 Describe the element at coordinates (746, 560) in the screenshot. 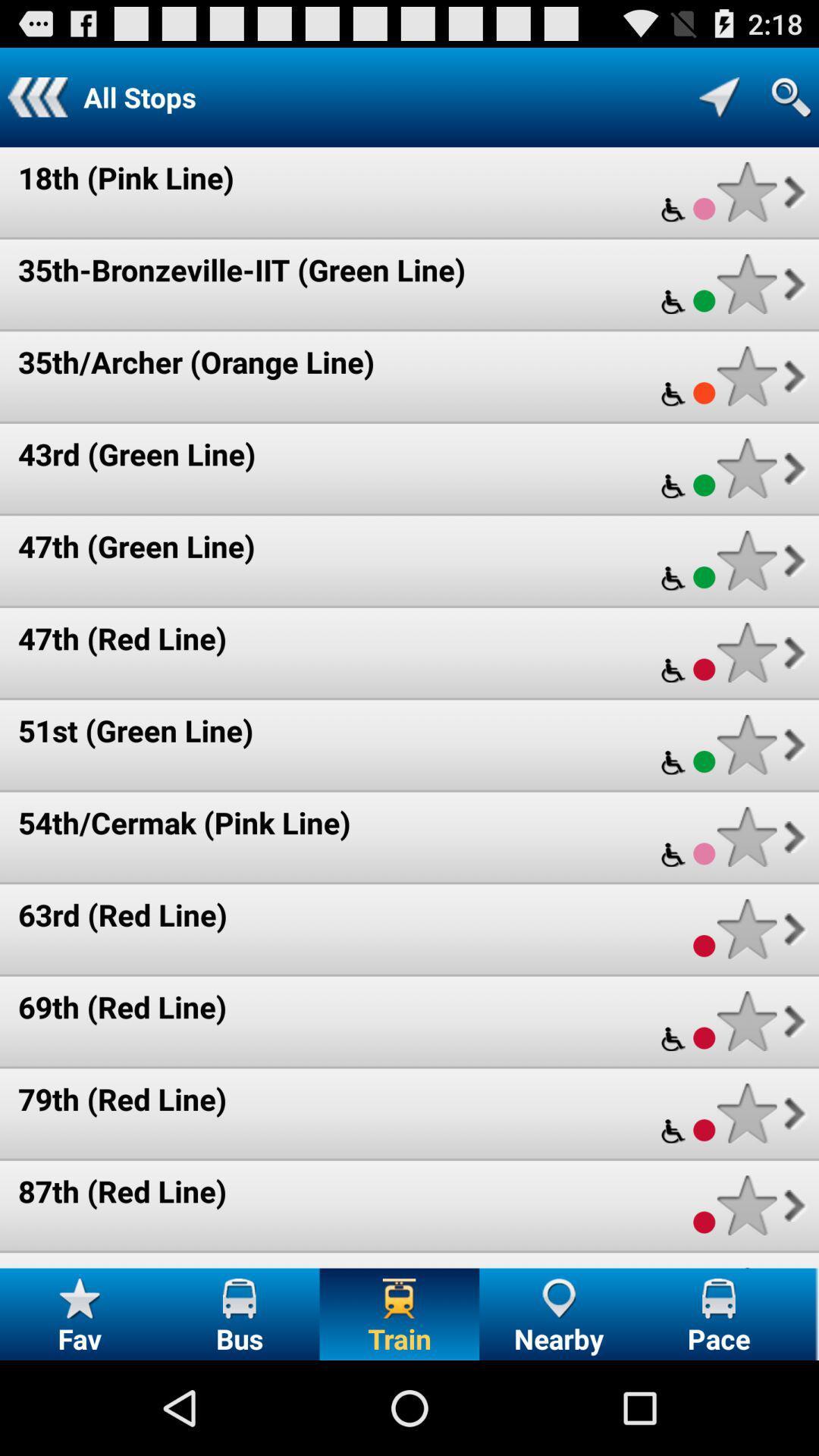

I see `mark as favorite` at that location.